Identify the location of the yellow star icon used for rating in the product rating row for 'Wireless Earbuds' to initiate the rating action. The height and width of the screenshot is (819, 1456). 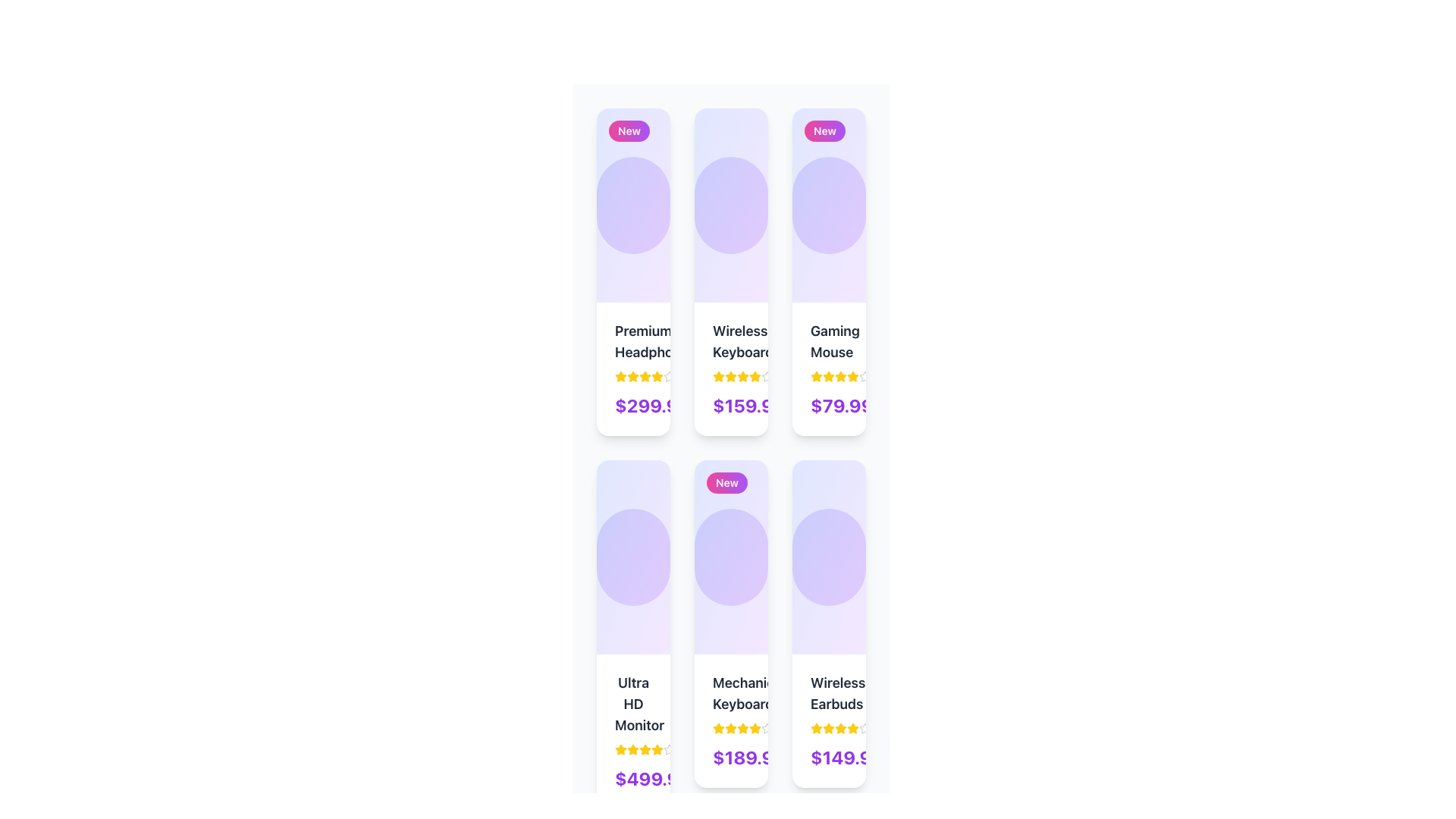
(815, 727).